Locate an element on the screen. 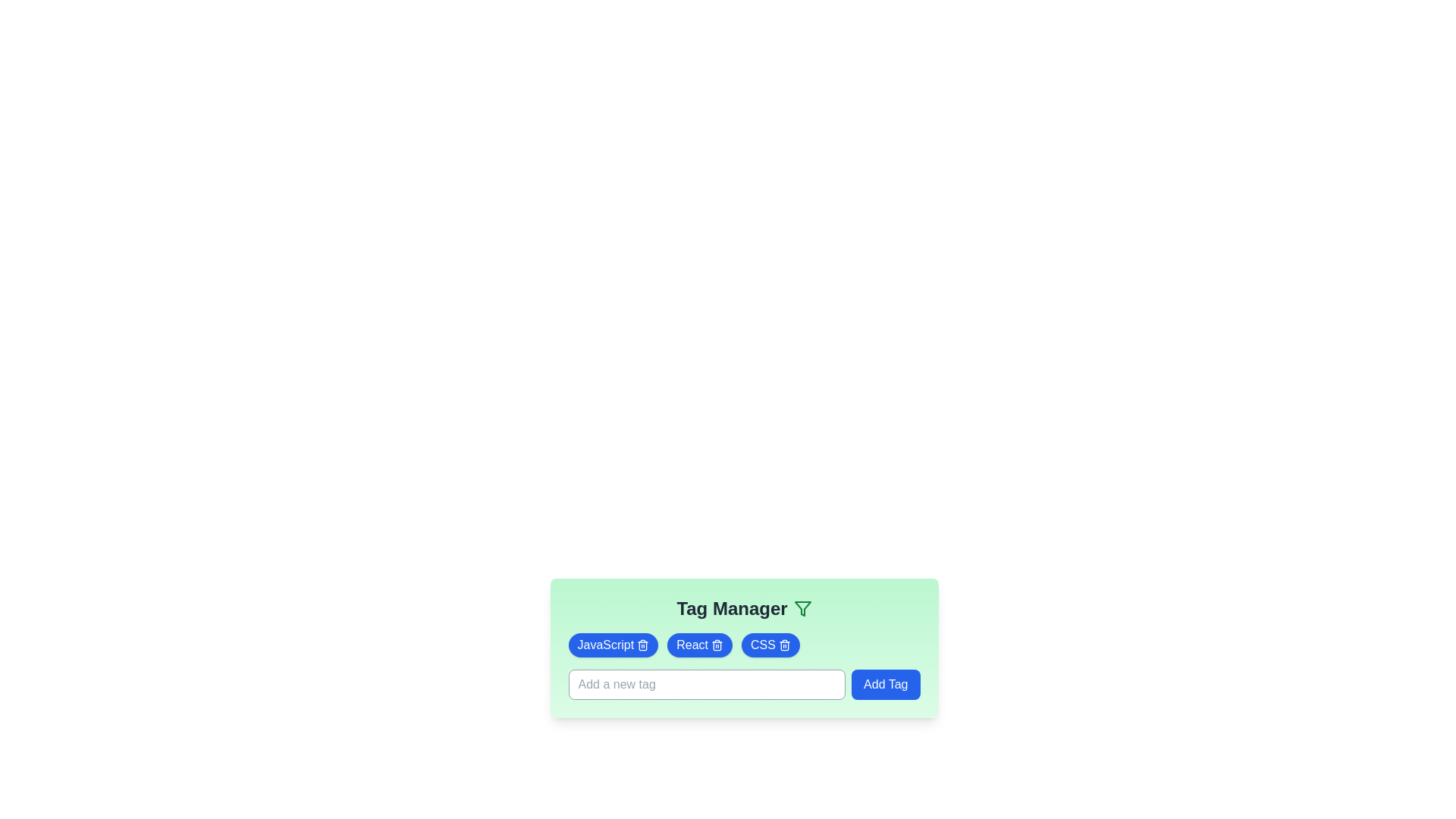  the second tag label in the tag component, which is positioned between the 'JavaScript' and 'CSS' tags is located at coordinates (692, 645).